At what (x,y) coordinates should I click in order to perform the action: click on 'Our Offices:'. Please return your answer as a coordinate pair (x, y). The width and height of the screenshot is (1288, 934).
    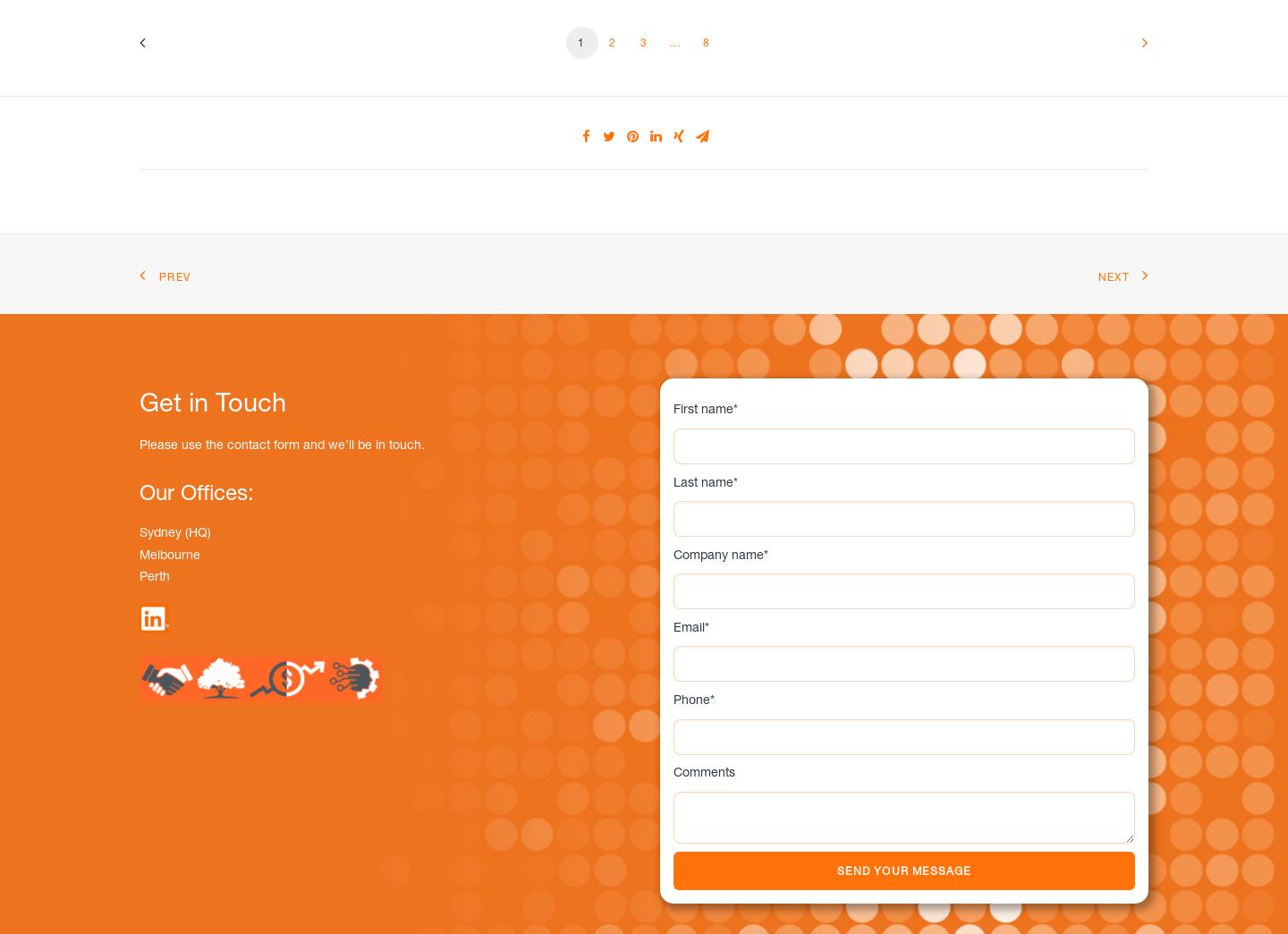
    Looking at the image, I should click on (197, 490).